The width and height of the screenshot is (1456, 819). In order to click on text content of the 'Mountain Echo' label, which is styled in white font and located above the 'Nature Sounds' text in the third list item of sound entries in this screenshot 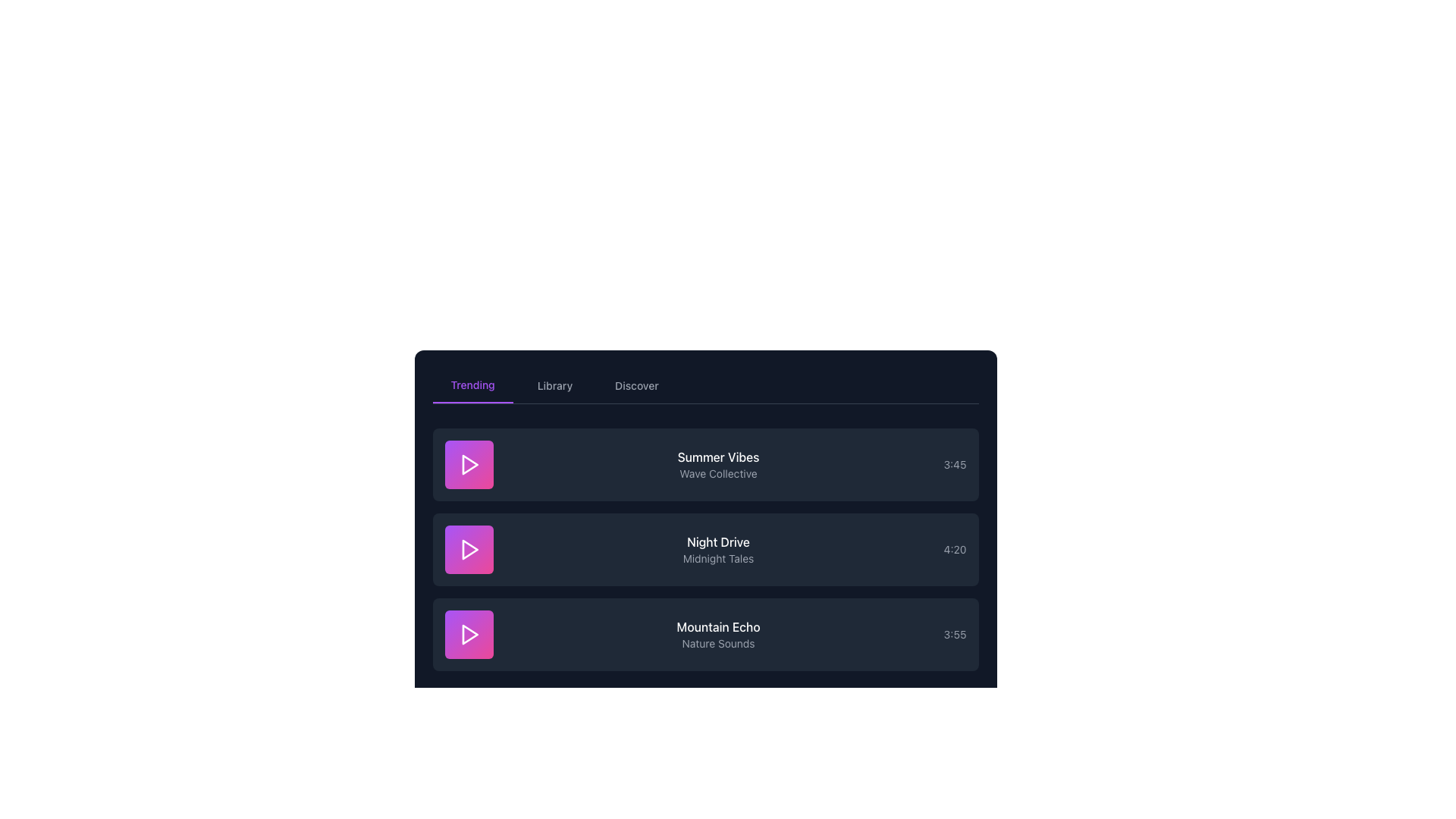, I will do `click(717, 626)`.